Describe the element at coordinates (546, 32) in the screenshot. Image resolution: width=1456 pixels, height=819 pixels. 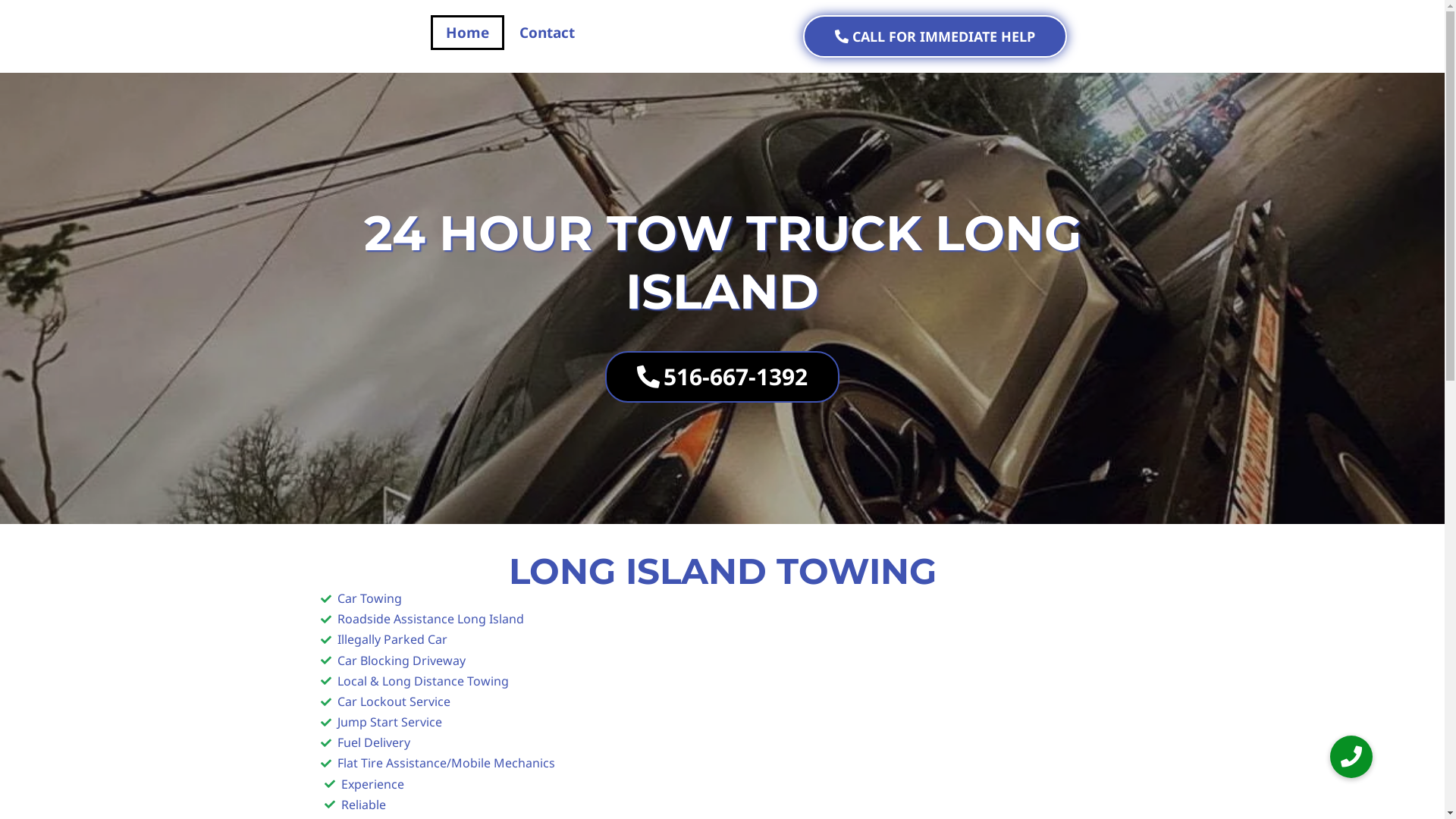
I see `'Contact'` at that location.